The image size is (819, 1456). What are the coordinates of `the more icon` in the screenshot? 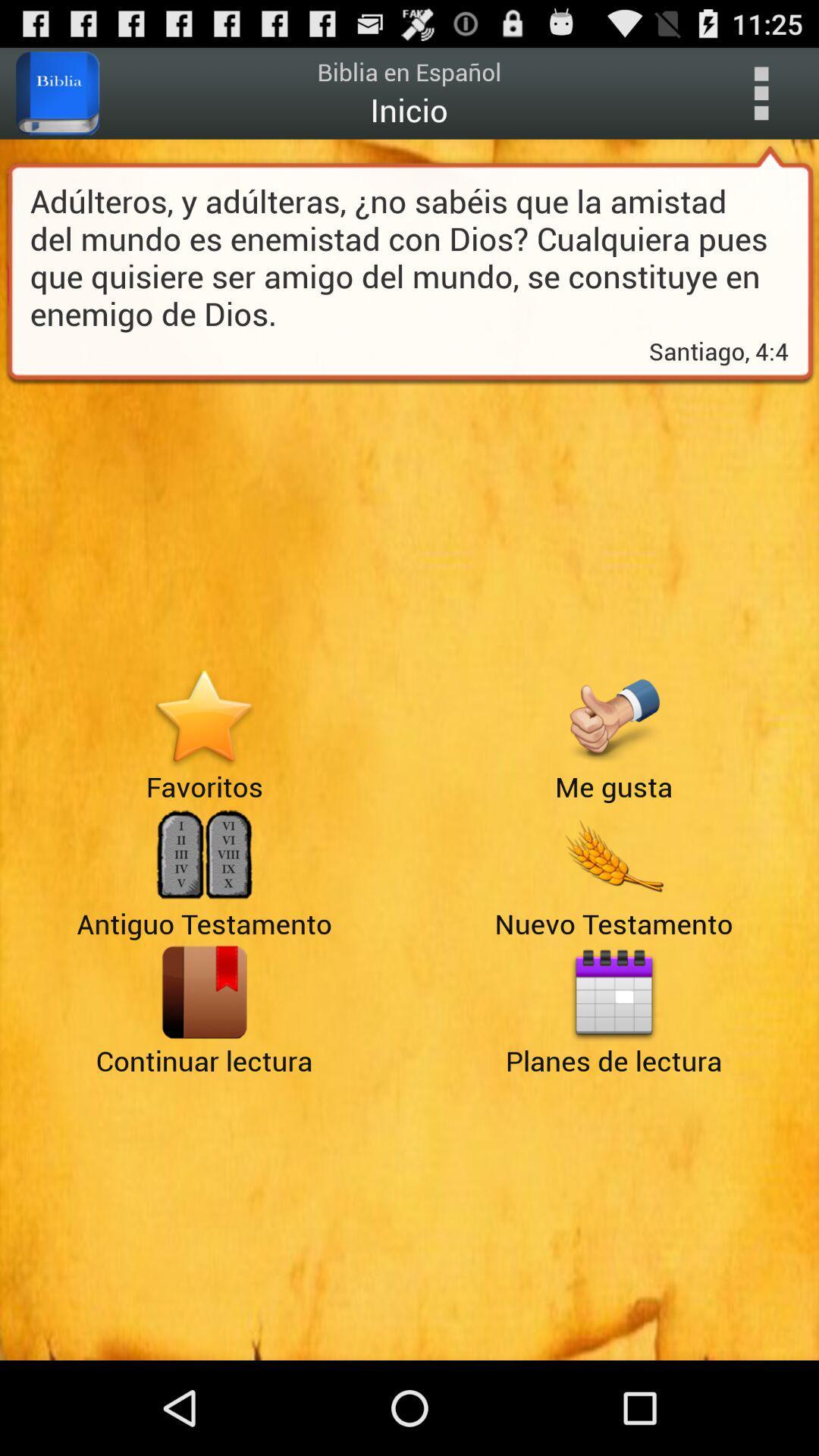 It's located at (761, 99).